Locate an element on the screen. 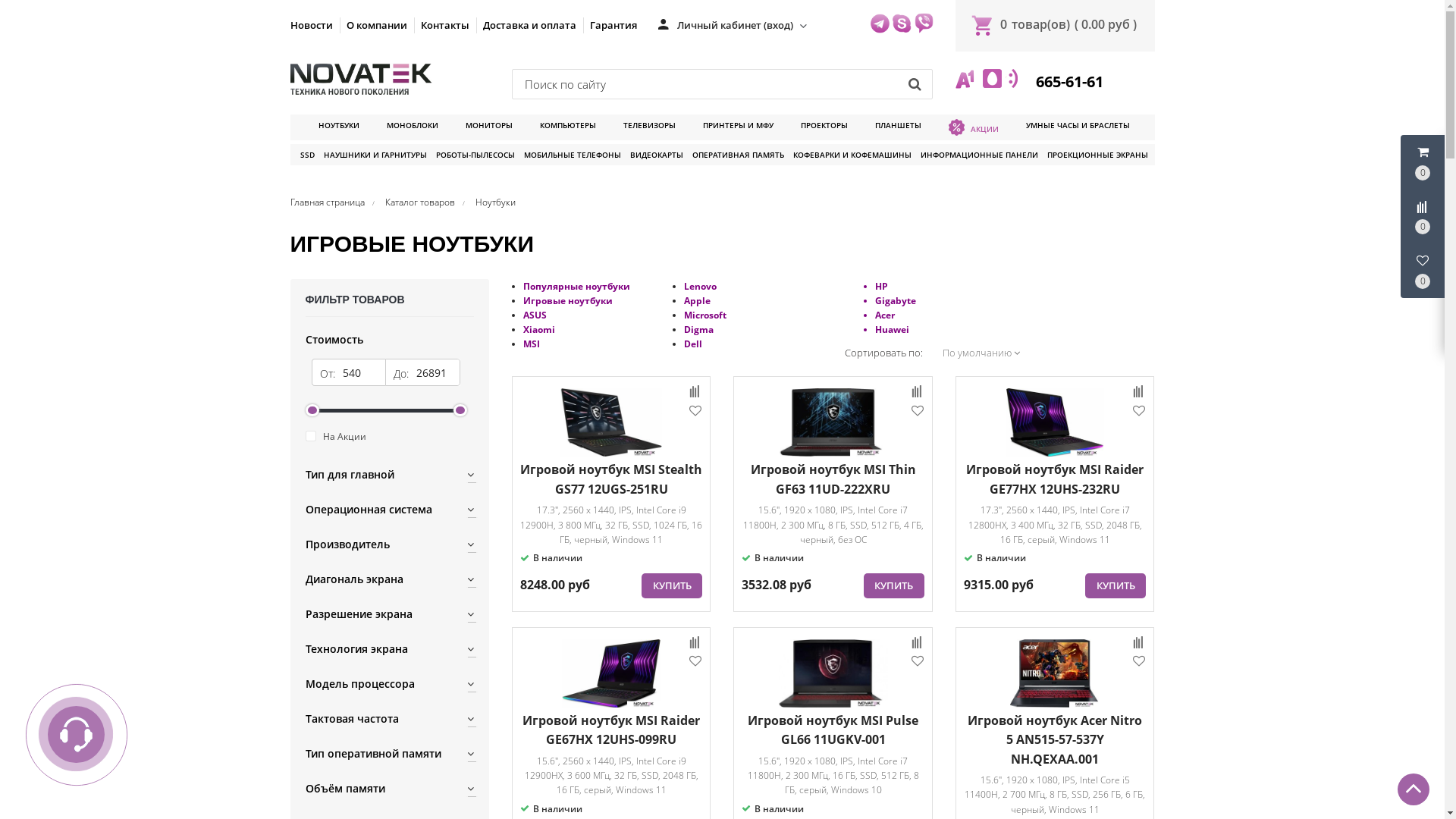 Image resolution: width=1456 pixels, height=819 pixels. 'Apple' is located at coordinates (696, 300).